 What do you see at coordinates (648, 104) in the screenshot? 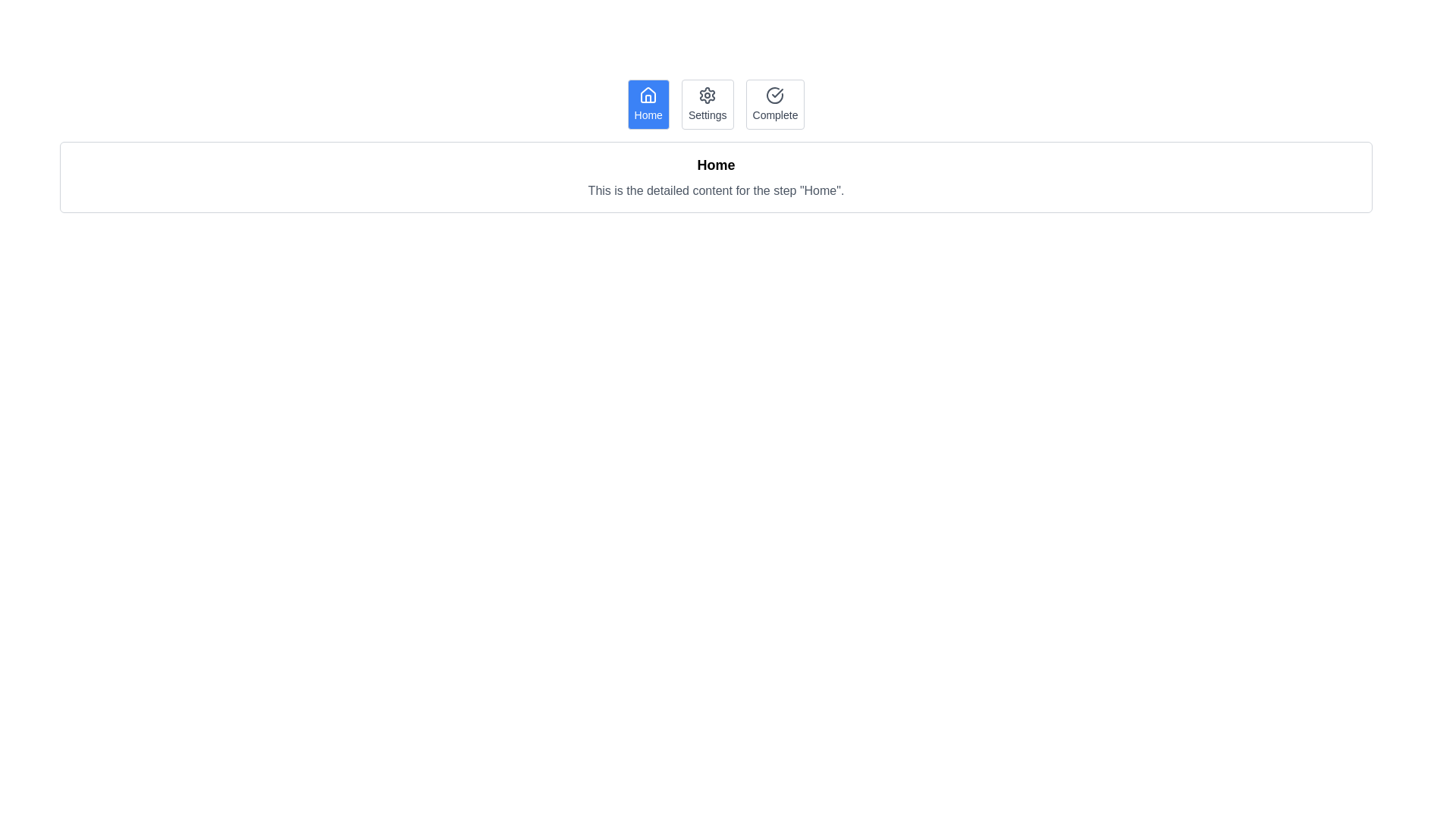
I see `the 'Home' interactive button located at the top of the interface to outline it for accessibility` at bounding box center [648, 104].